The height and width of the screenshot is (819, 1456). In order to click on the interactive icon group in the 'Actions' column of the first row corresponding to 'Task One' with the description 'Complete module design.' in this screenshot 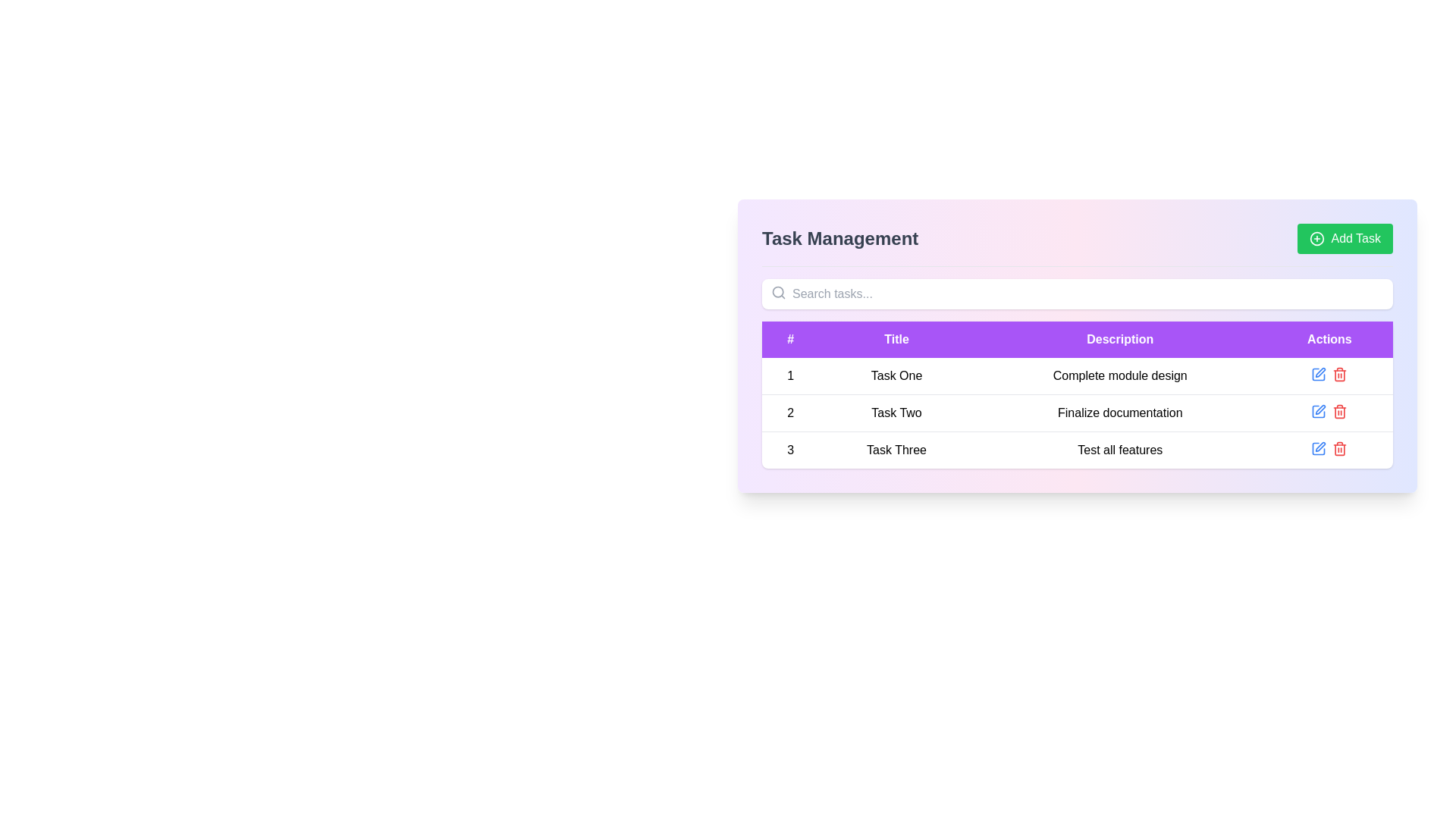, I will do `click(1329, 374)`.